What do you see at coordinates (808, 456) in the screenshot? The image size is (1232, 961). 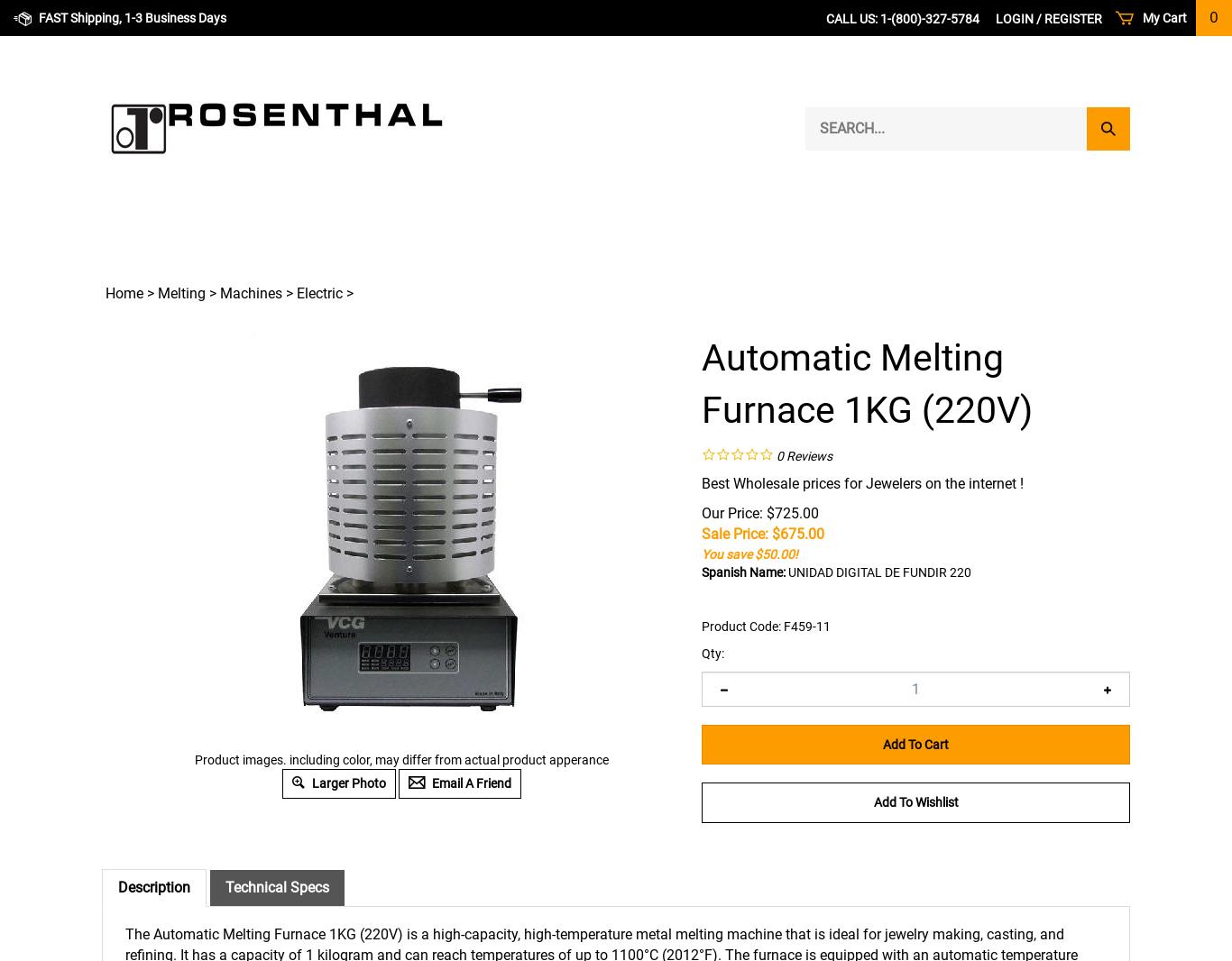 I see `'Reviews'` at bounding box center [808, 456].